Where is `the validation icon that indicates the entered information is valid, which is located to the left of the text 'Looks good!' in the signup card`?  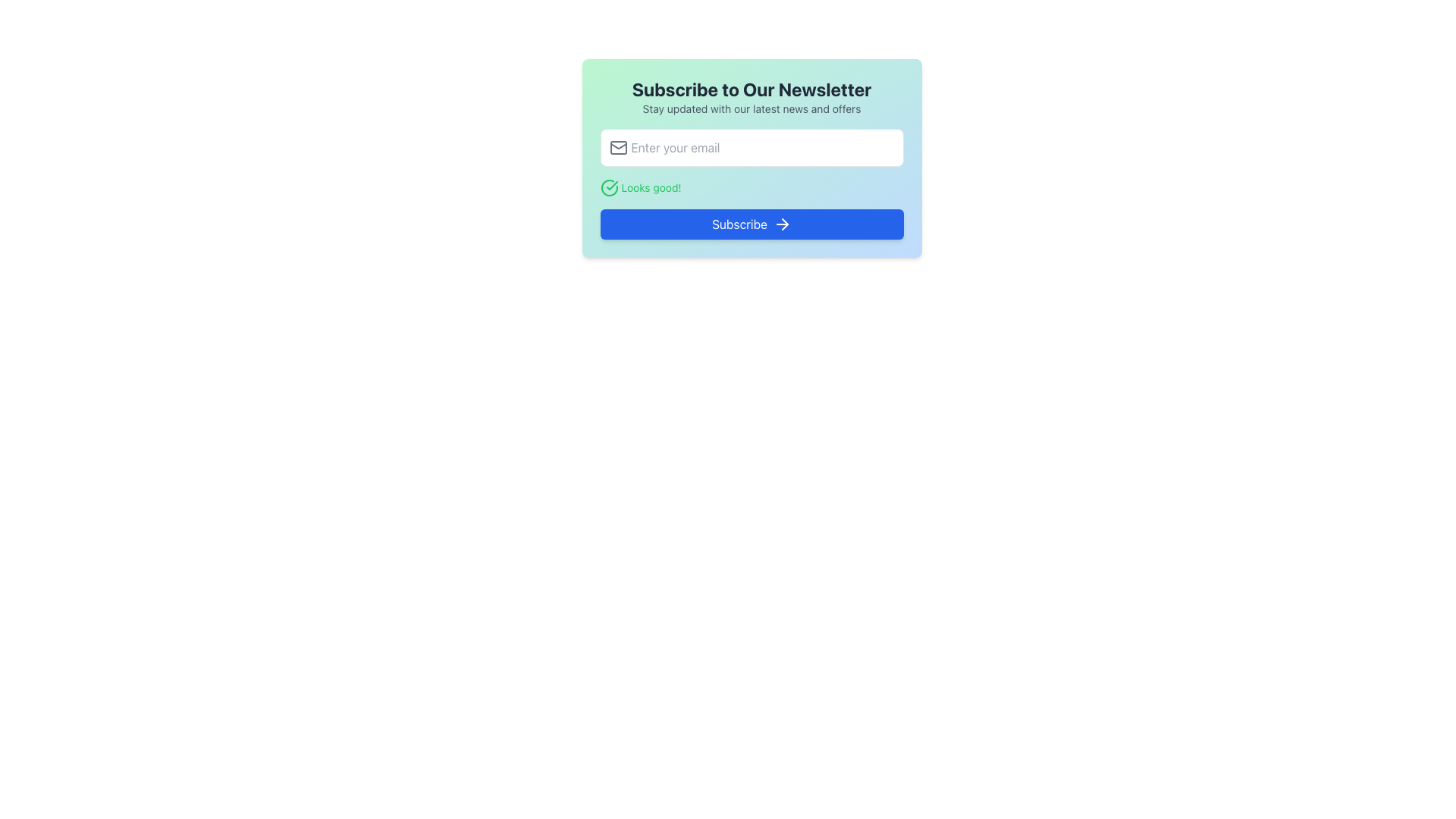 the validation icon that indicates the entered information is valid, which is located to the left of the text 'Looks good!' in the signup card is located at coordinates (609, 187).